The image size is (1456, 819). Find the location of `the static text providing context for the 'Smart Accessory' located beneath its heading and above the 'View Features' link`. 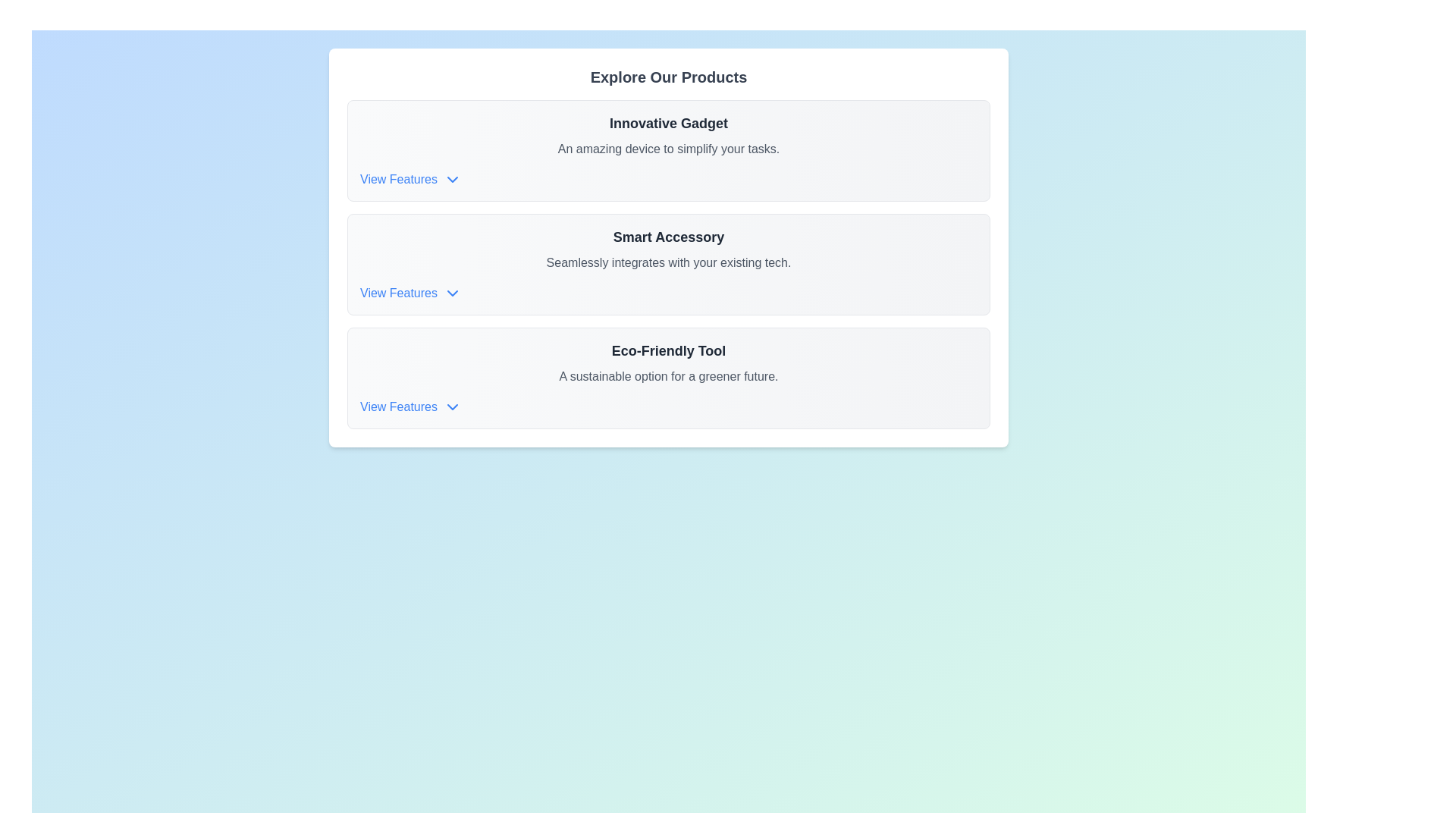

the static text providing context for the 'Smart Accessory' located beneath its heading and above the 'View Features' link is located at coordinates (668, 262).